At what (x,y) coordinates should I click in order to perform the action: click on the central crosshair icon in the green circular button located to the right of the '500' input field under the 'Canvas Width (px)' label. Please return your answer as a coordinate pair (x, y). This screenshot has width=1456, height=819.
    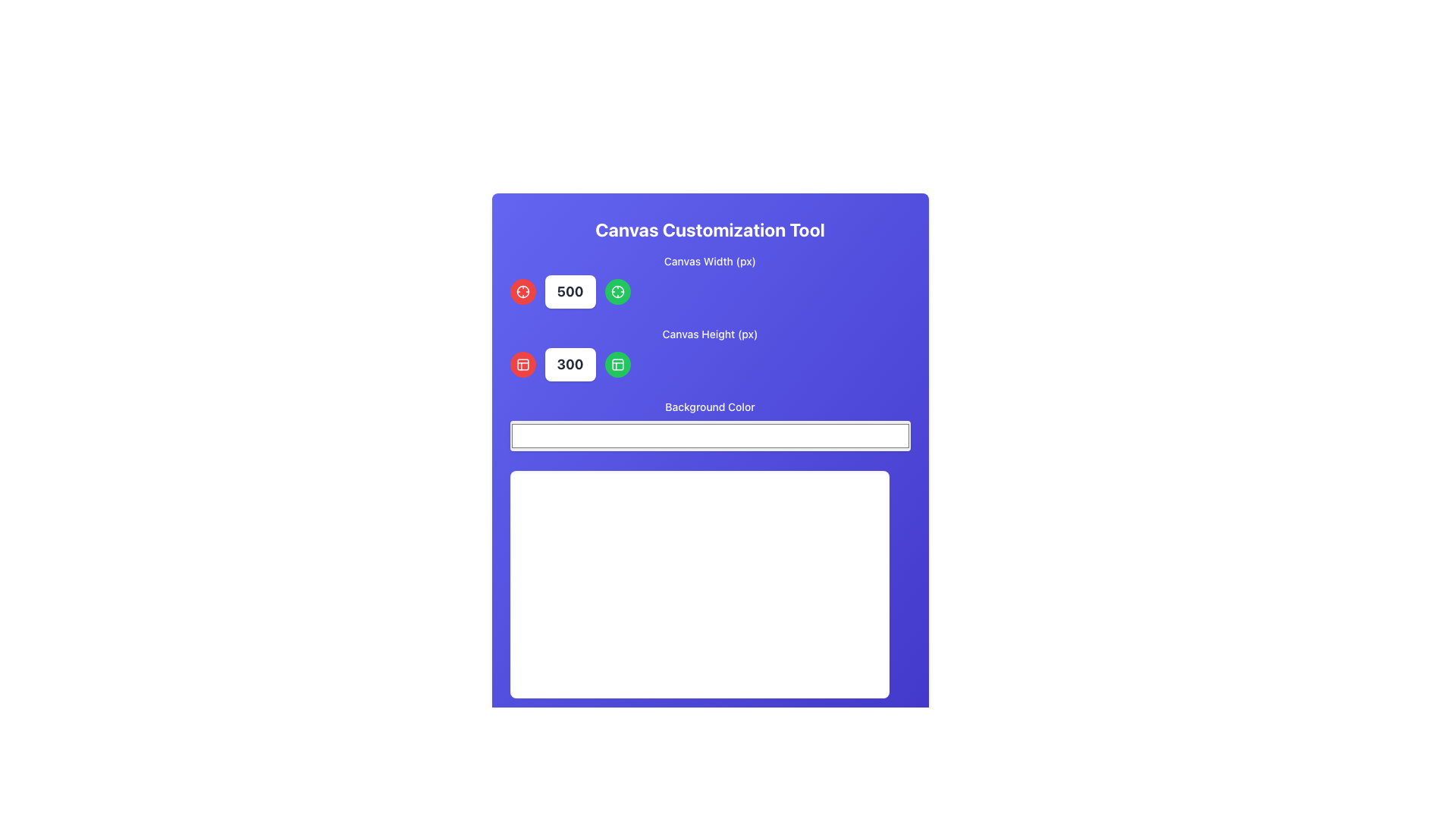
    Looking at the image, I should click on (617, 292).